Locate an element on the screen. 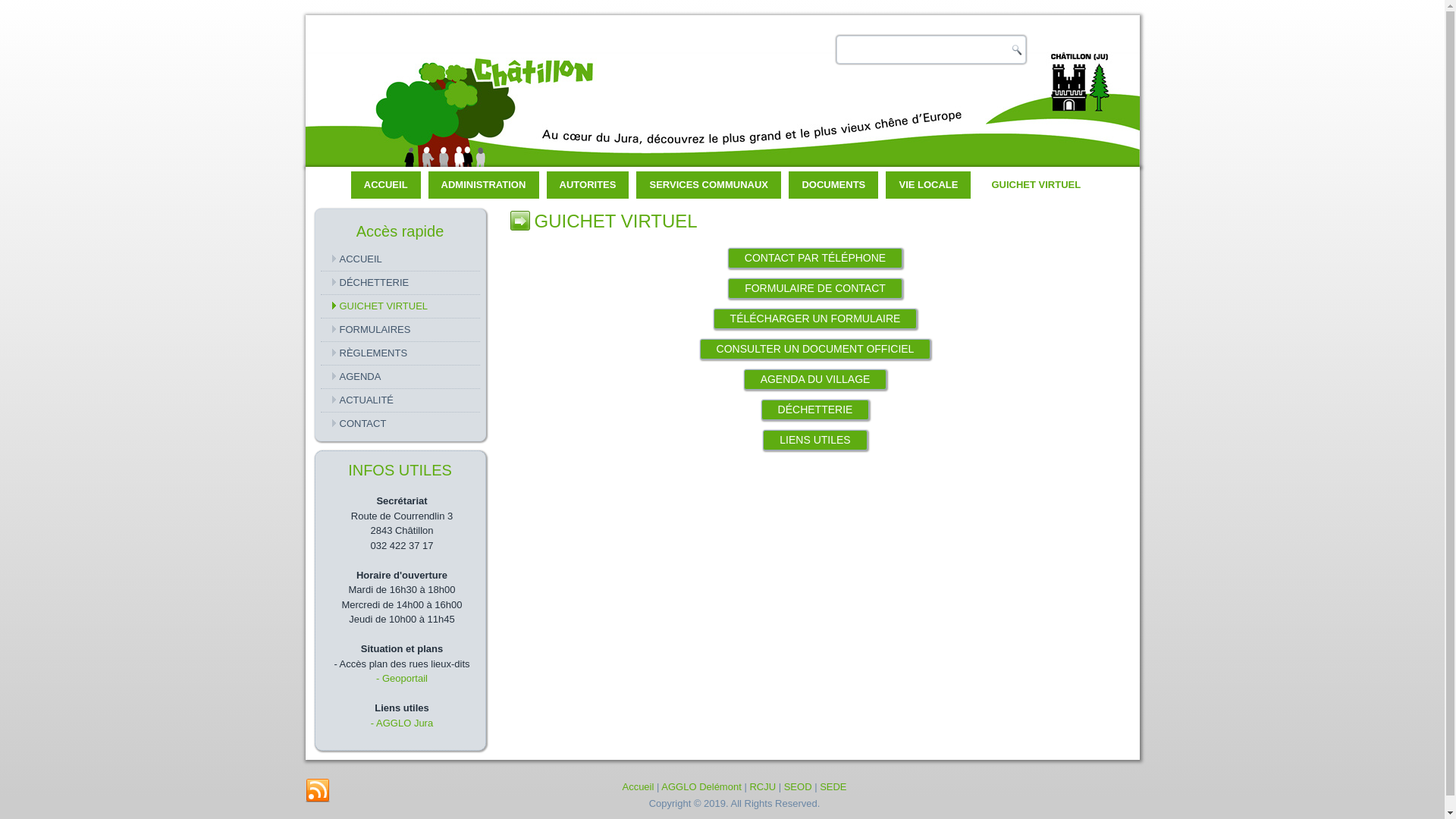 This screenshot has width=1456, height=819. 'ACCUEIL' is located at coordinates (319, 259).